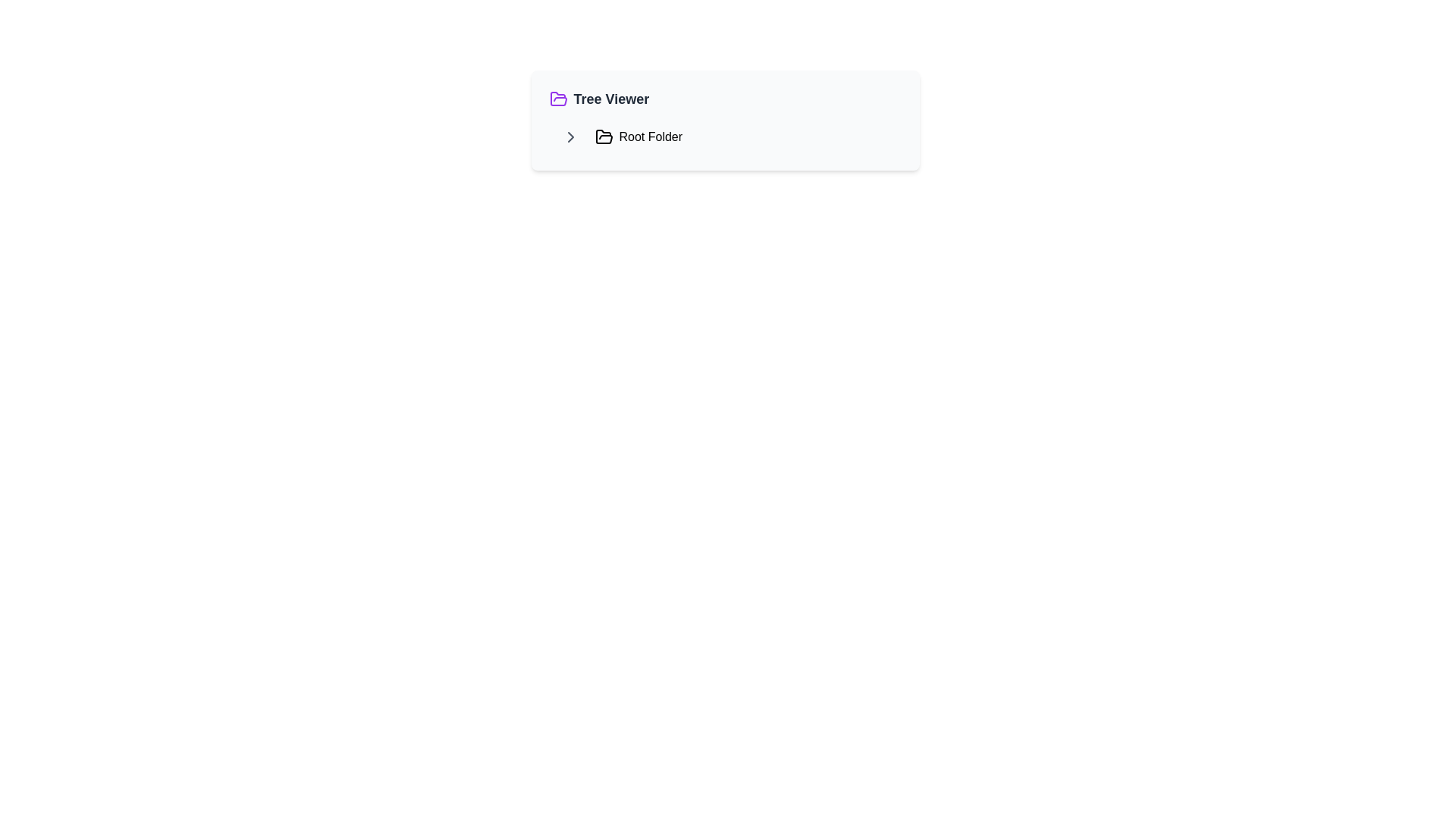 Image resolution: width=1456 pixels, height=819 pixels. What do you see at coordinates (603, 137) in the screenshot?
I see `the folder icon representing the contents of the 'Root Folder' in the 'Tree Viewer' interface` at bounding box center [603, 137].